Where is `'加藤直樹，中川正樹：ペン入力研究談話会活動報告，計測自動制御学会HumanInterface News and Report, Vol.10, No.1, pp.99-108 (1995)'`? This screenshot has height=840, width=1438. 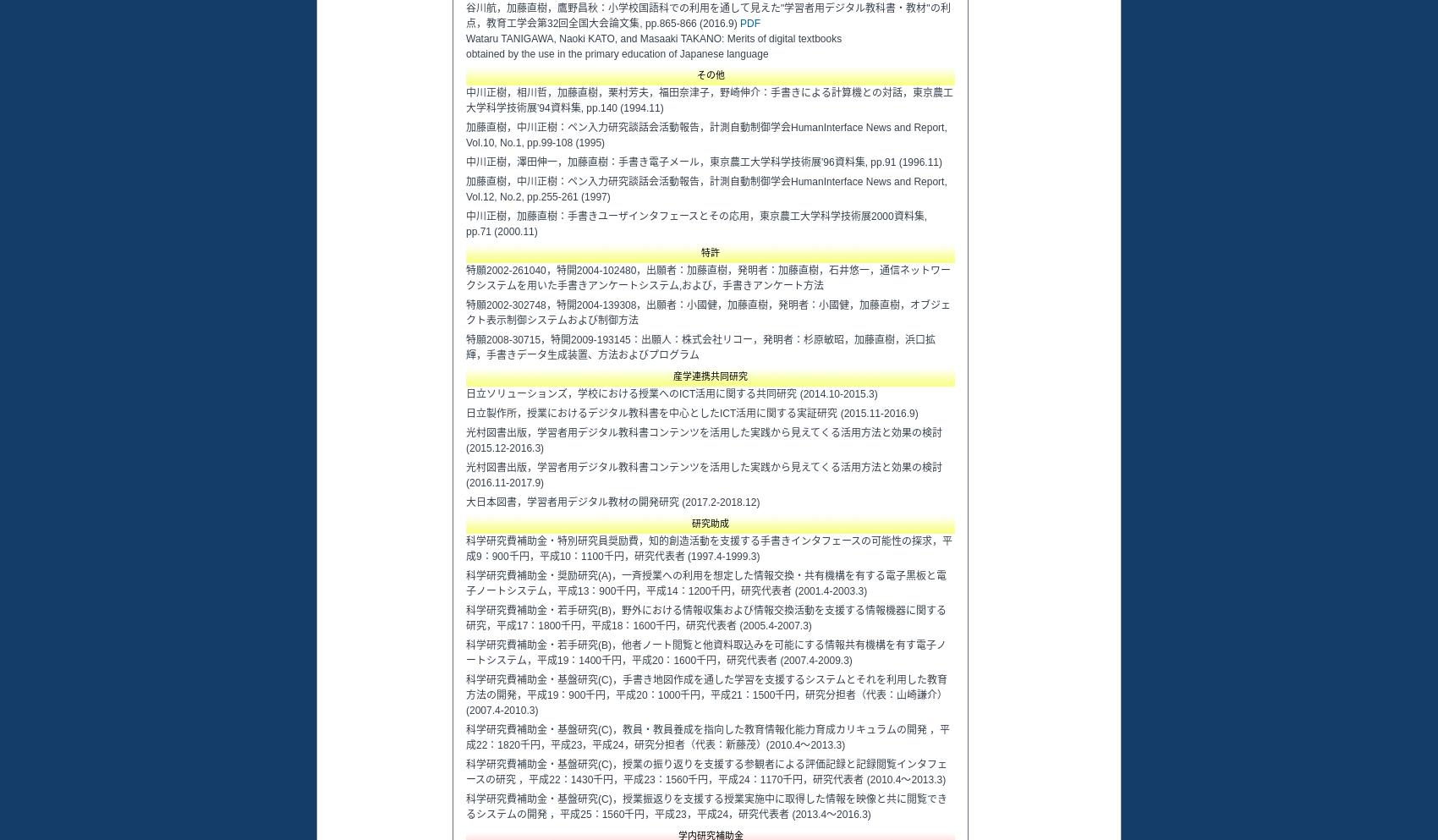
'加藤直樹，中川正樹：ペン入力研究談話会活動報告，計測自動制御学会HumanInterface News and Report, Vol.10, No.1, pp.99-108 (1995)' is located at coordinates (705, 134).